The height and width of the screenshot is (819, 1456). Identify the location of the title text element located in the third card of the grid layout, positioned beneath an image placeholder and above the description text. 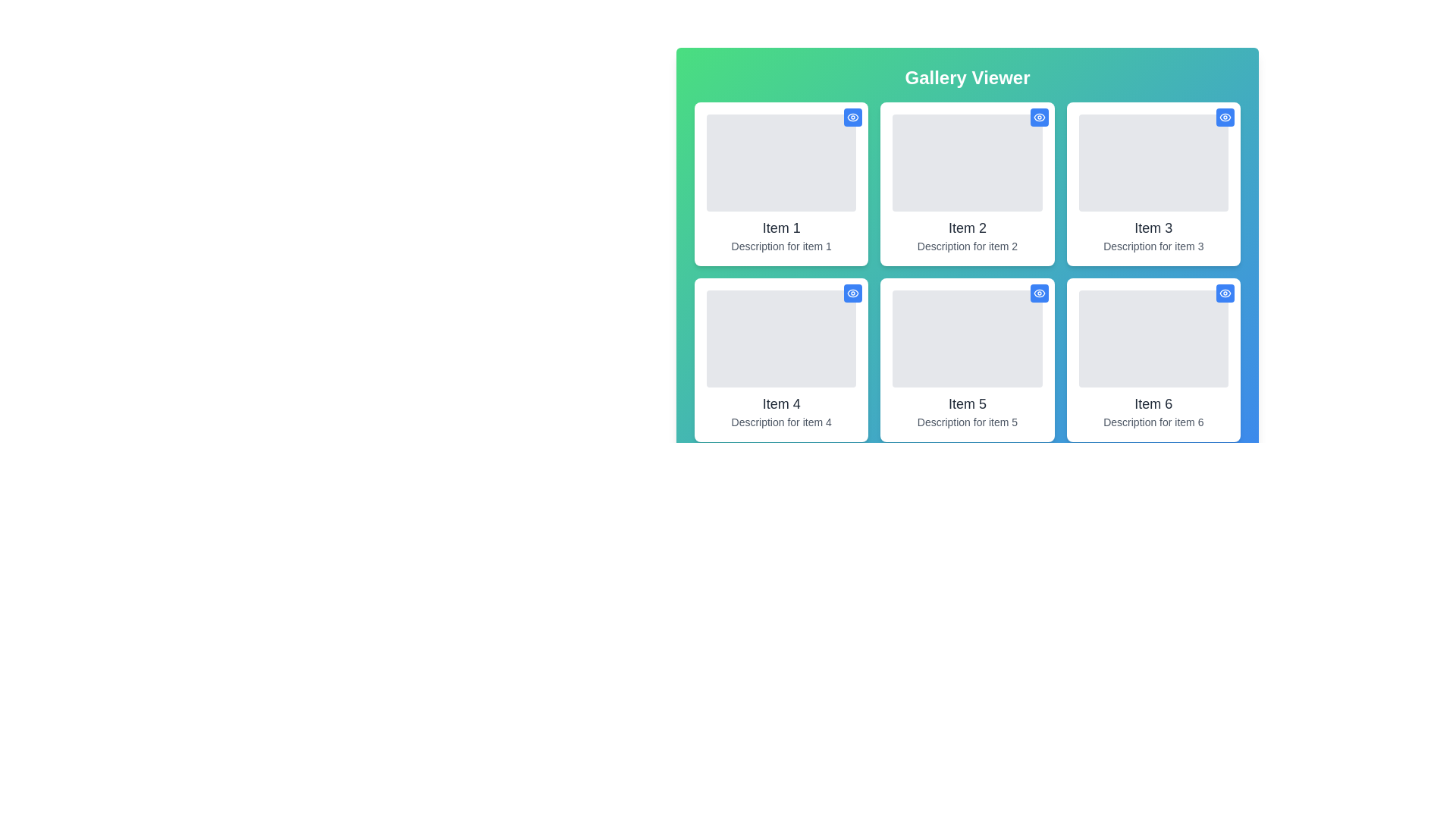
(1153, 227).